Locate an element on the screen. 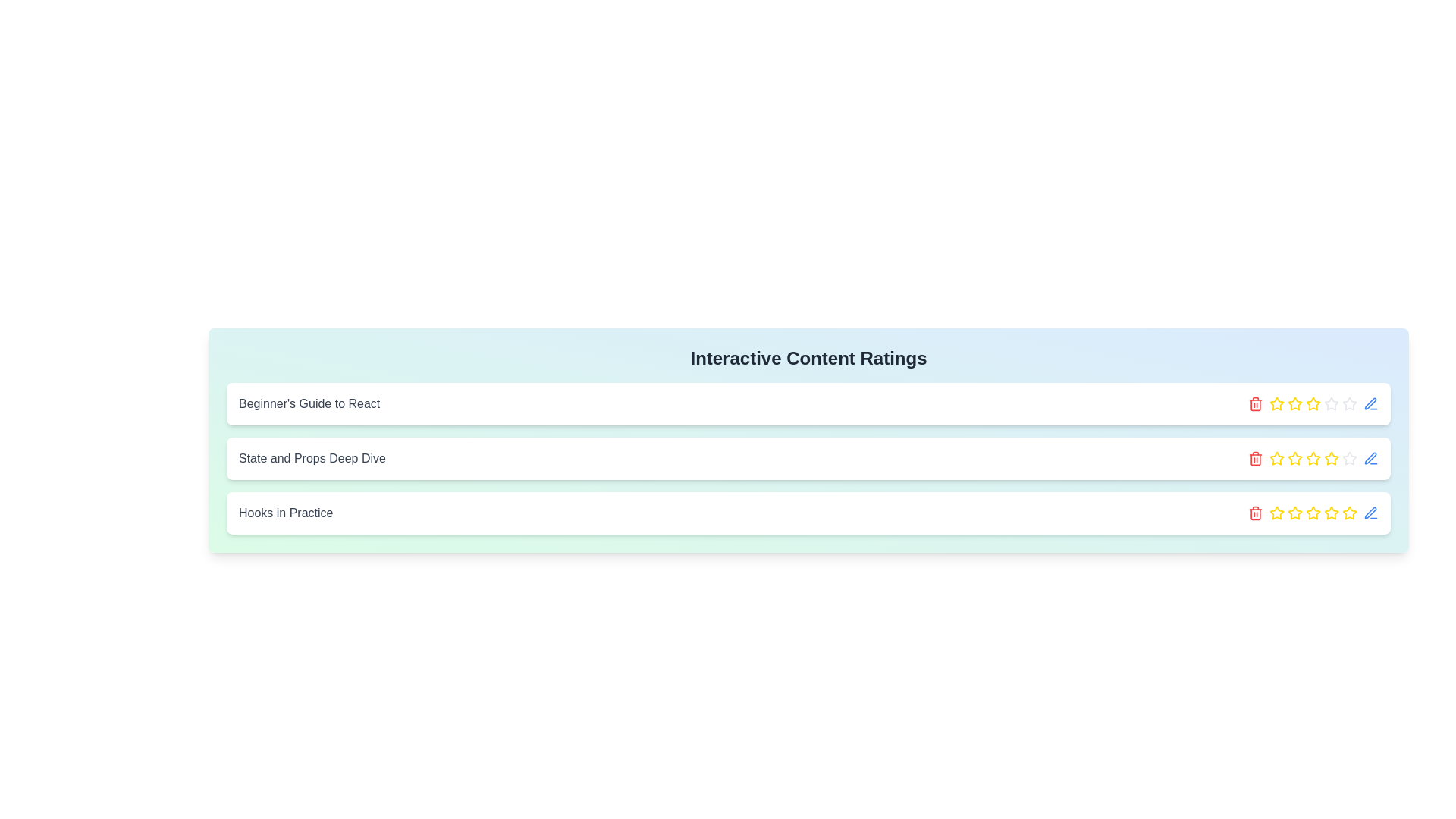  the fifth star icon with a gold stroke, styled as 'lucide lucide-star', located on the right side of the 'Hooks in Practice' item is located at coordinates (1350, 513).